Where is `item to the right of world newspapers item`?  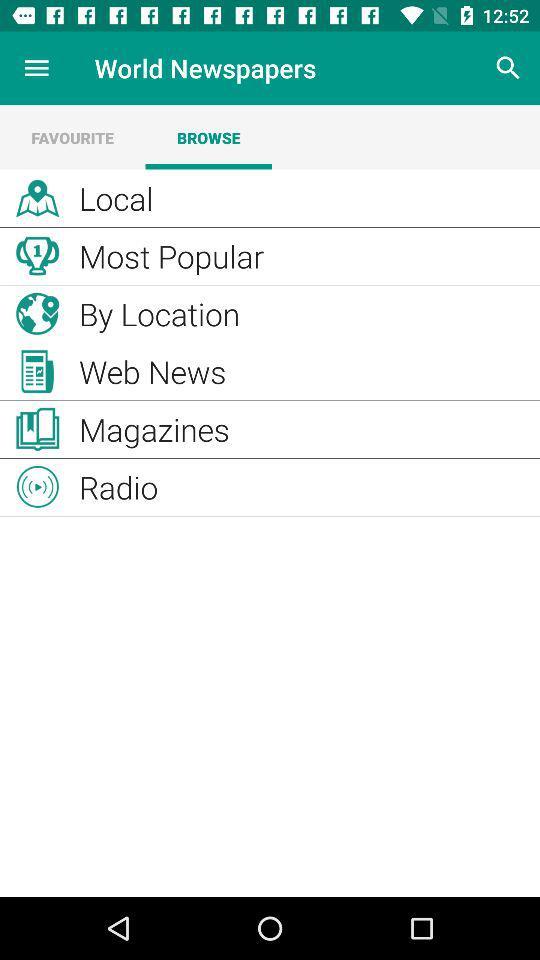
item to the right of world newspapers item is located at coordinates (508, 68).